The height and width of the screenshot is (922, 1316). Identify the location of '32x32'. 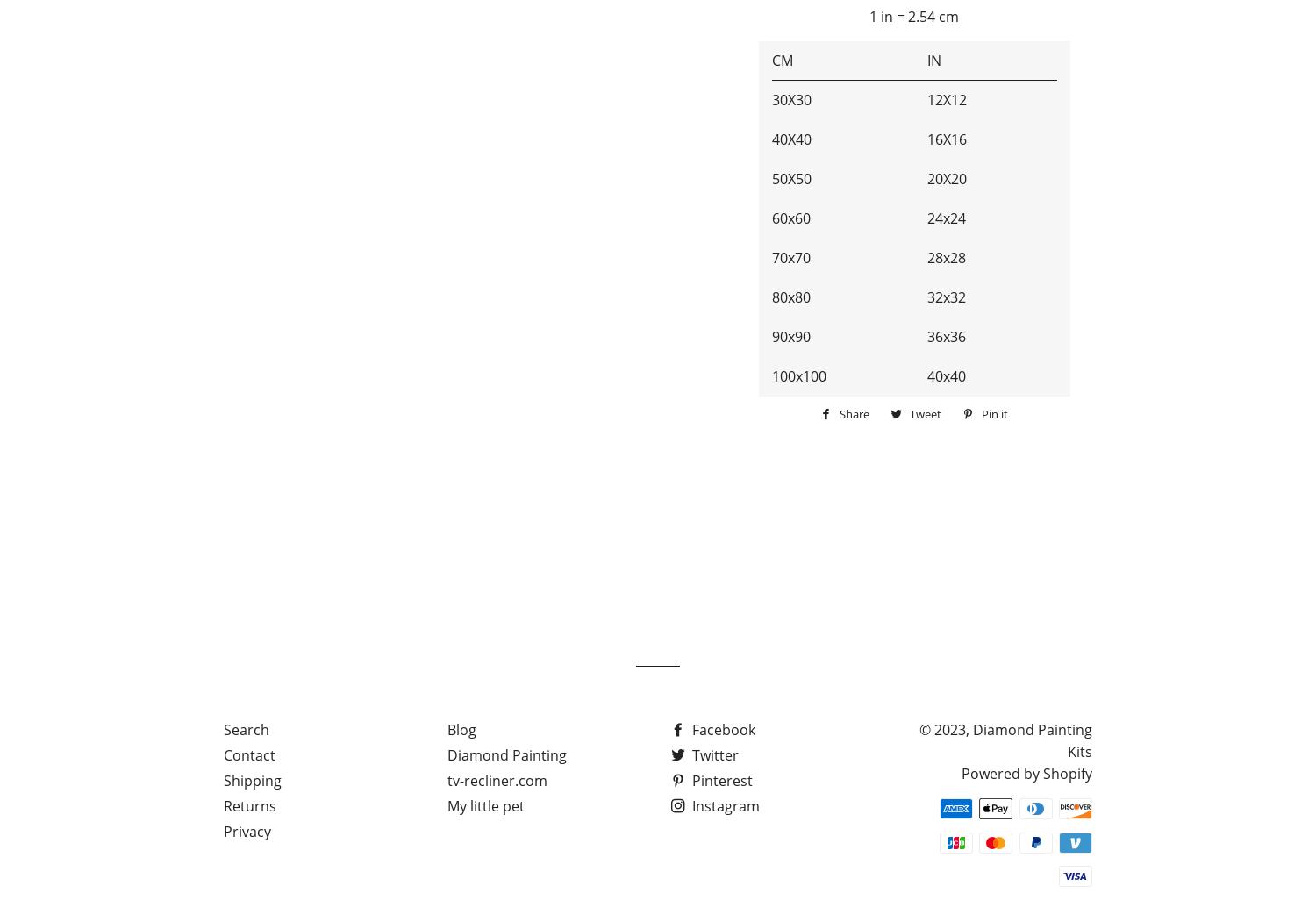
(945, 297).